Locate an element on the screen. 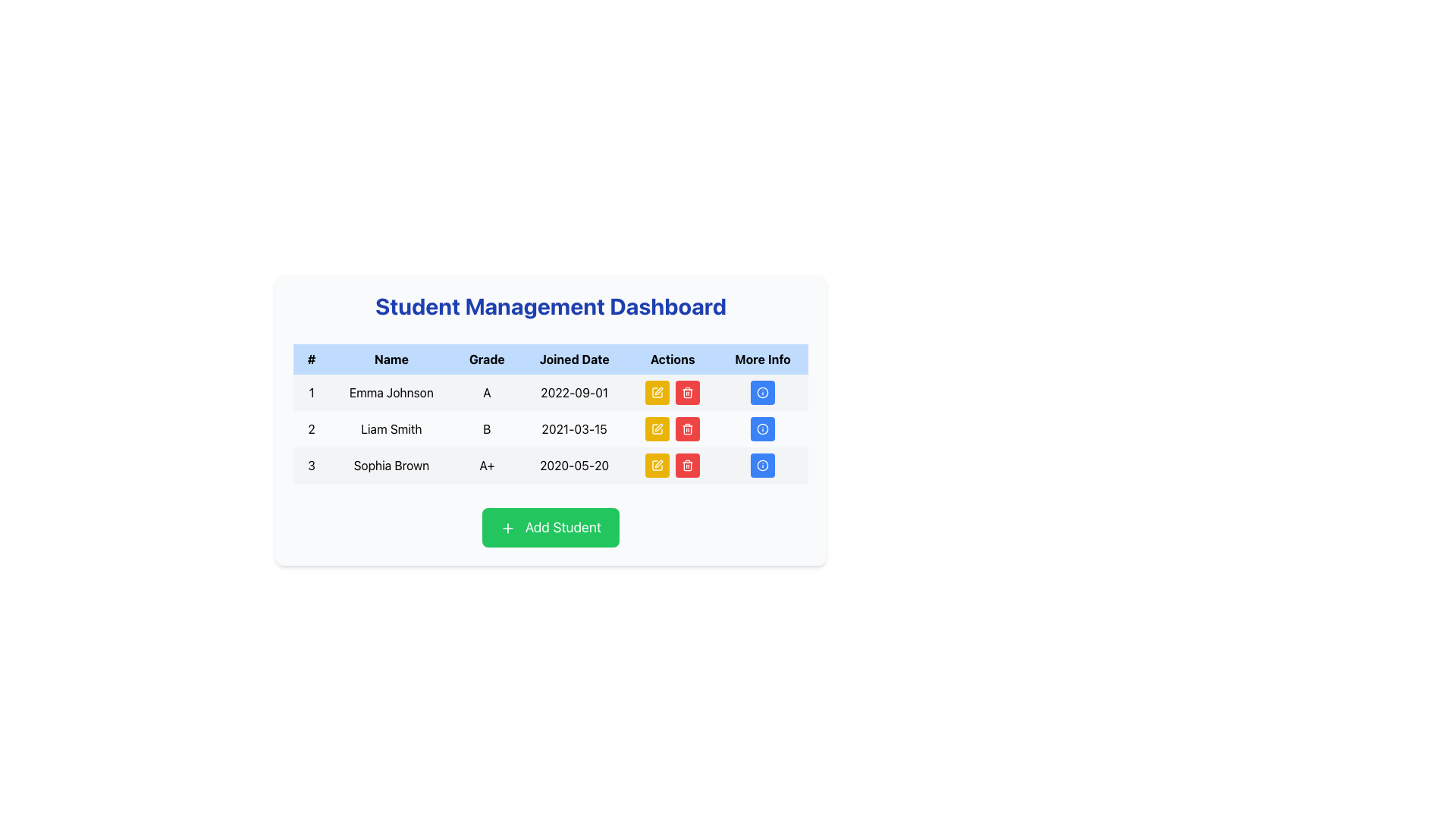 This screenshot has height=819, width=1456. the 'Name' column header in the table, which is the second column header located between the '#' header and the 'Grade' header is located at coordinates (391, 359).